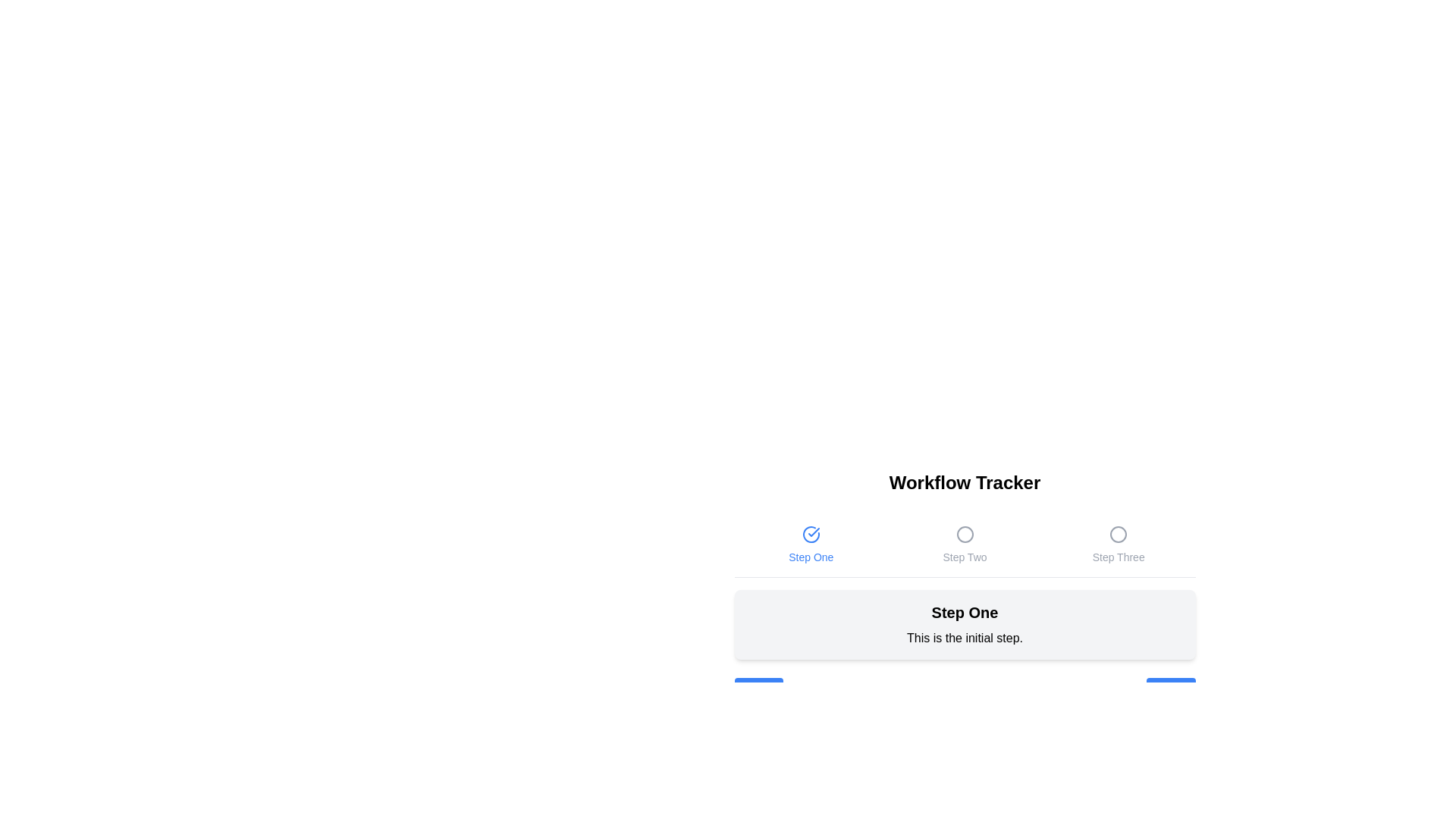 This screenshot has height=819, width=1456. What do you see at coordinates (1119, 534) in the screenshot?
I see `the unselected SVG Circle that indicates the third step in the workflow tracking interface, positioned to the far right of the other step indicators below the 'Workflow Tracker' heading and above the 'Step Three' label` at bounding box center [1119, 534].